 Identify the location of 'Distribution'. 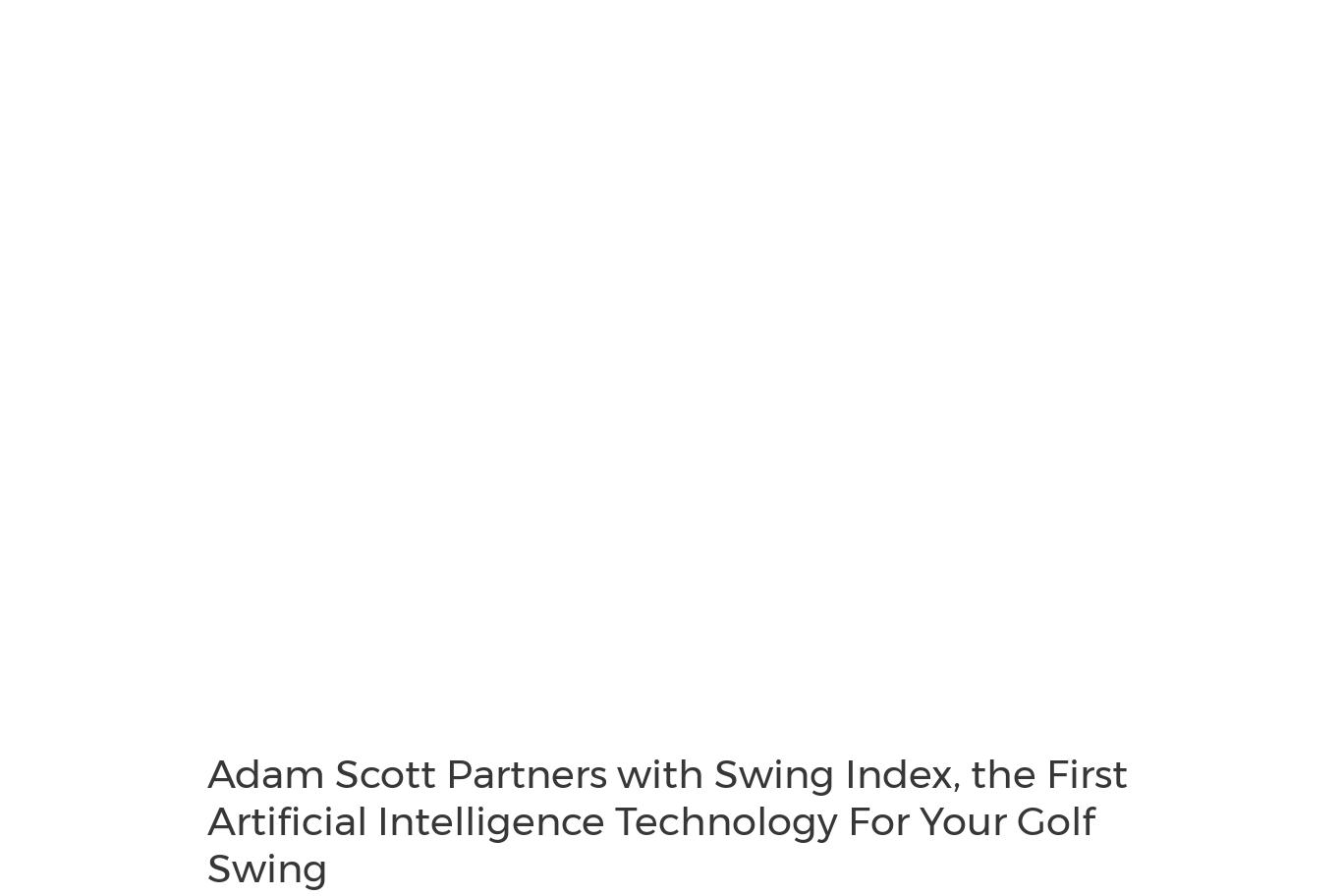
(80, 185).